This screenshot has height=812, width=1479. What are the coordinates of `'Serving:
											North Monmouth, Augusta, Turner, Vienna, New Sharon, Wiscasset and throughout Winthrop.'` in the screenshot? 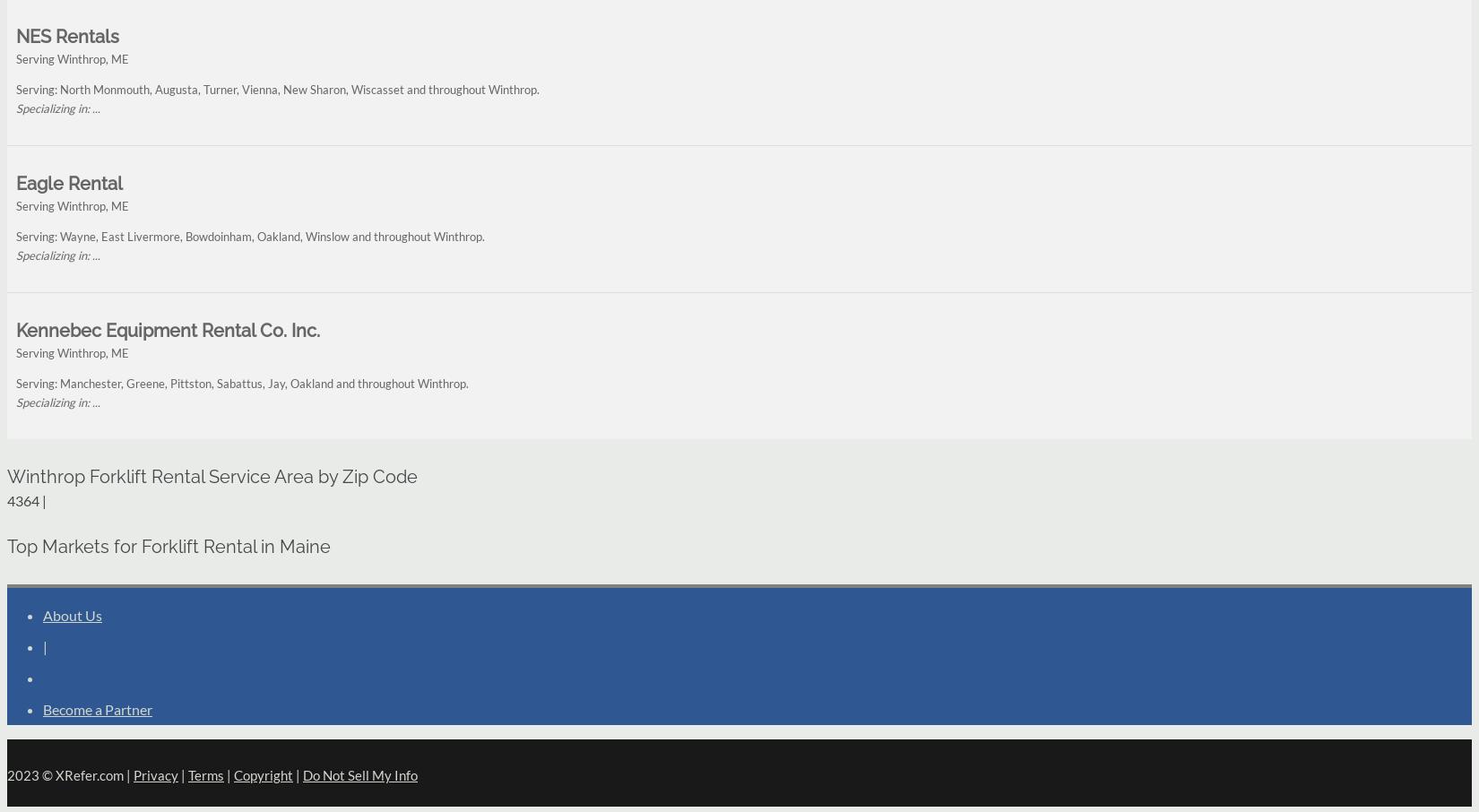 It's located at (278, 89).